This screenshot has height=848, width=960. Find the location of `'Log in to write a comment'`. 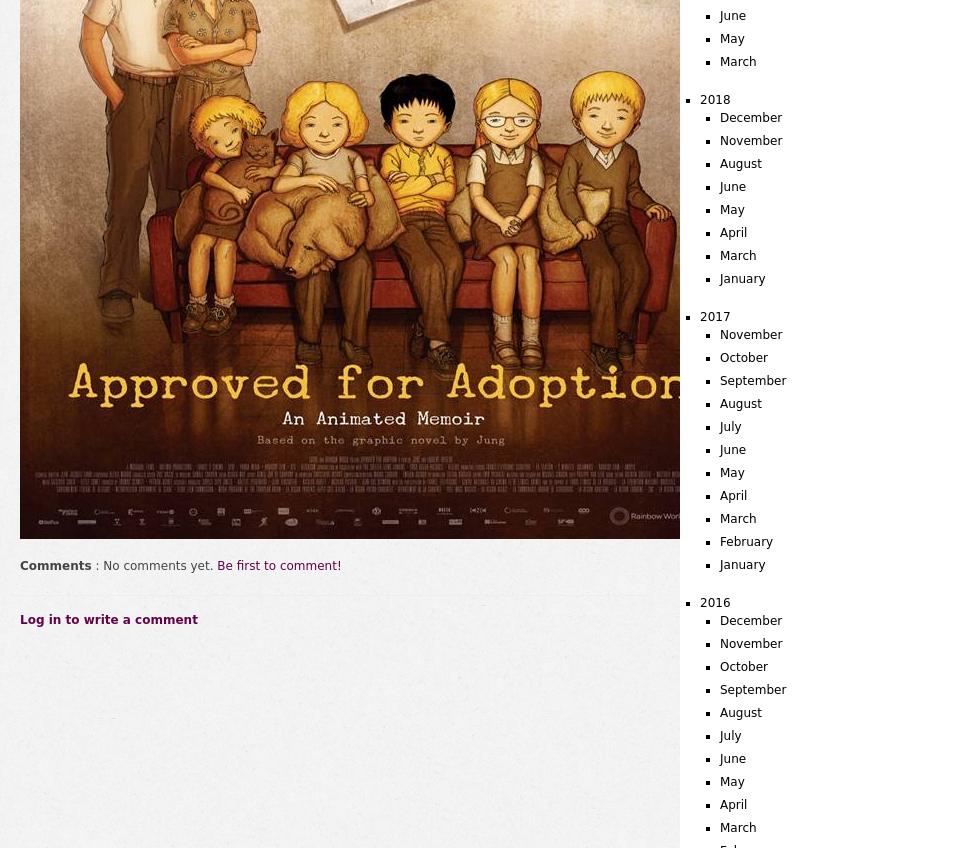

'Log in to write a comment' is located at coordinates (108, 619).